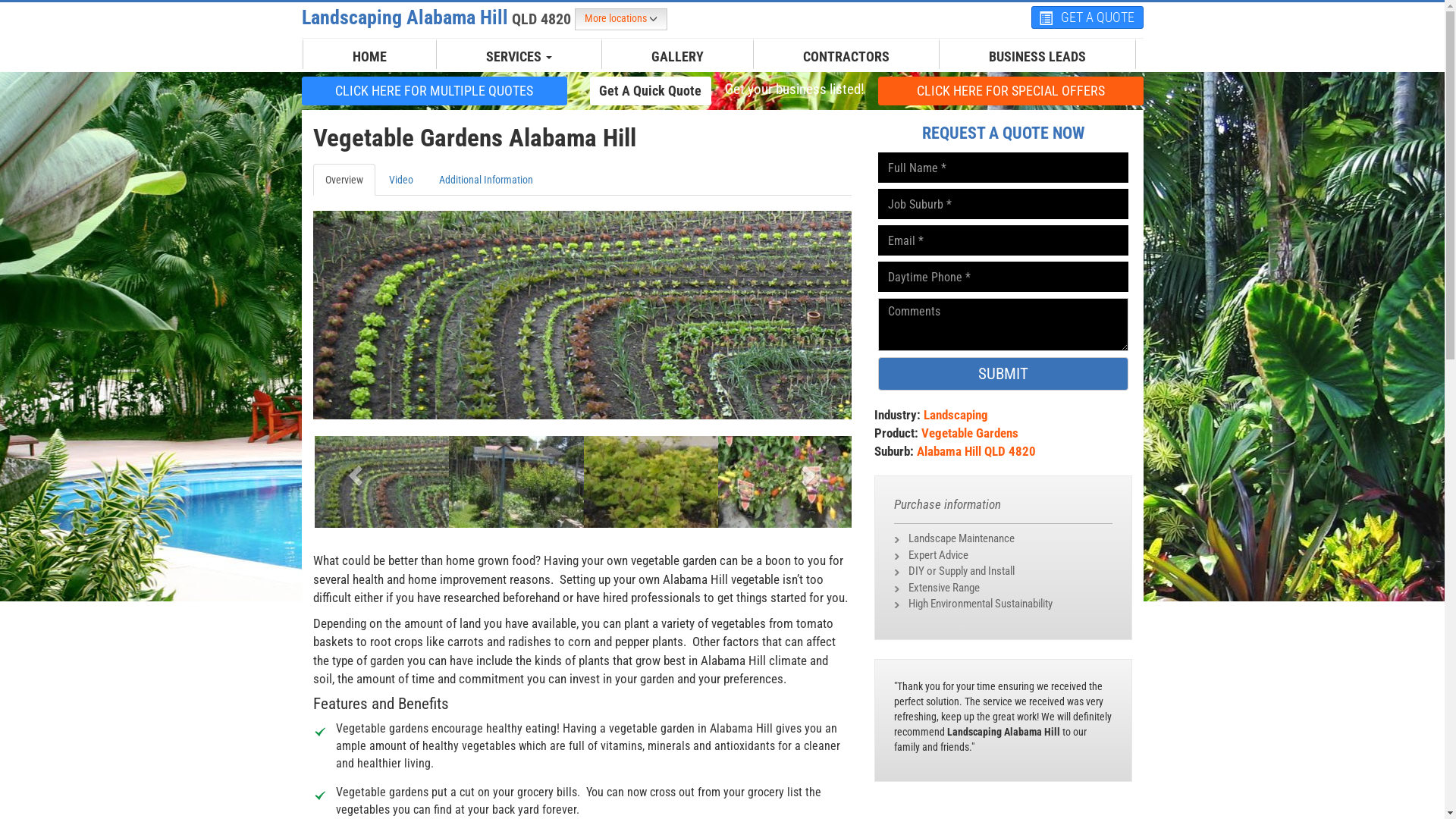 The width and height of the screenshot is (1456, 819). What do you see at coordinates (369, 55) in the screenshot?
I see `'HOME'` at bounding box center [369, 55].